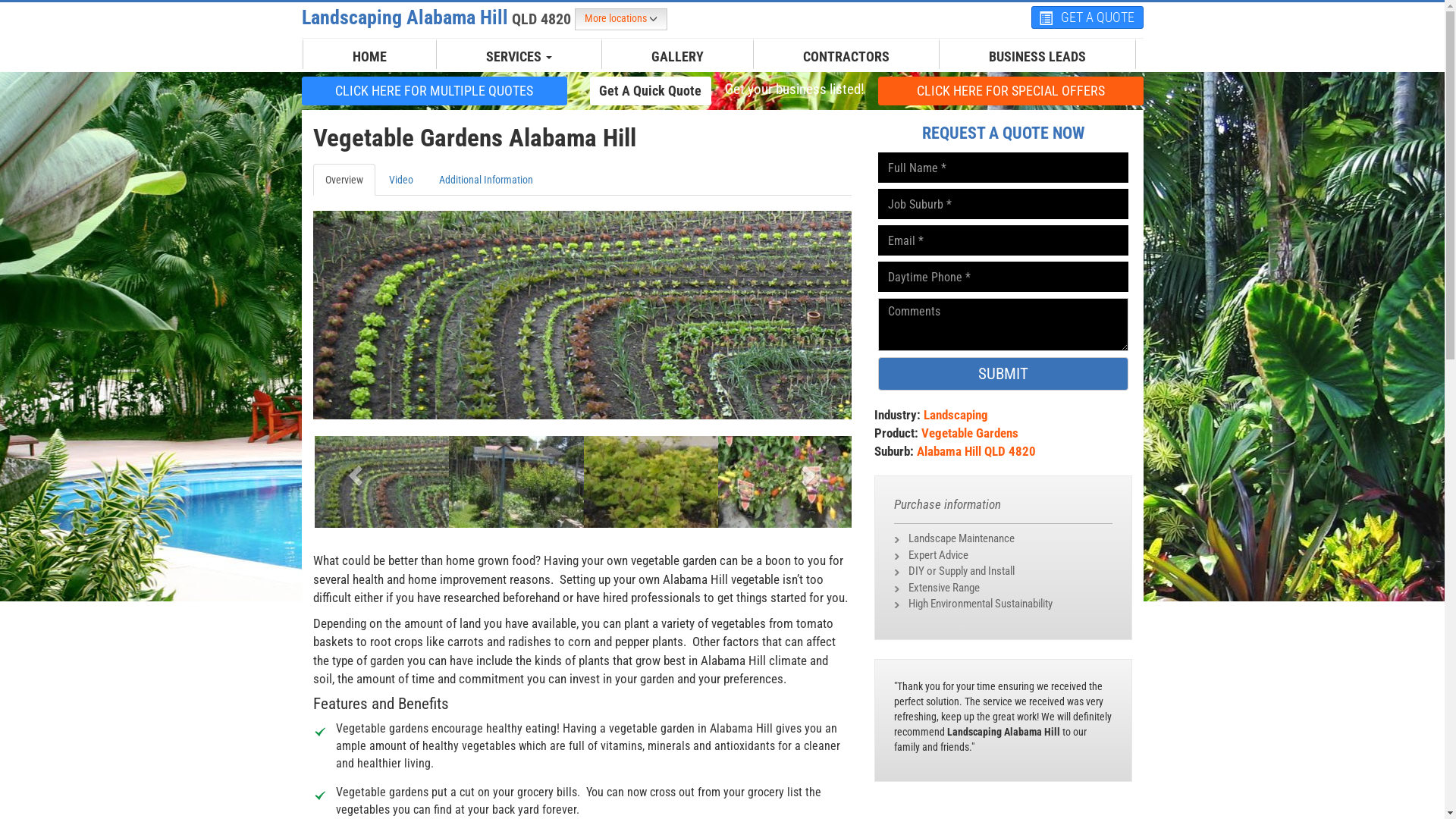 The width and height of the screenshot is (1456, 819). What do you see at coordinates (369, 55) in the screenshot?
I see `'HOME'` at bounding box center [369, 55].